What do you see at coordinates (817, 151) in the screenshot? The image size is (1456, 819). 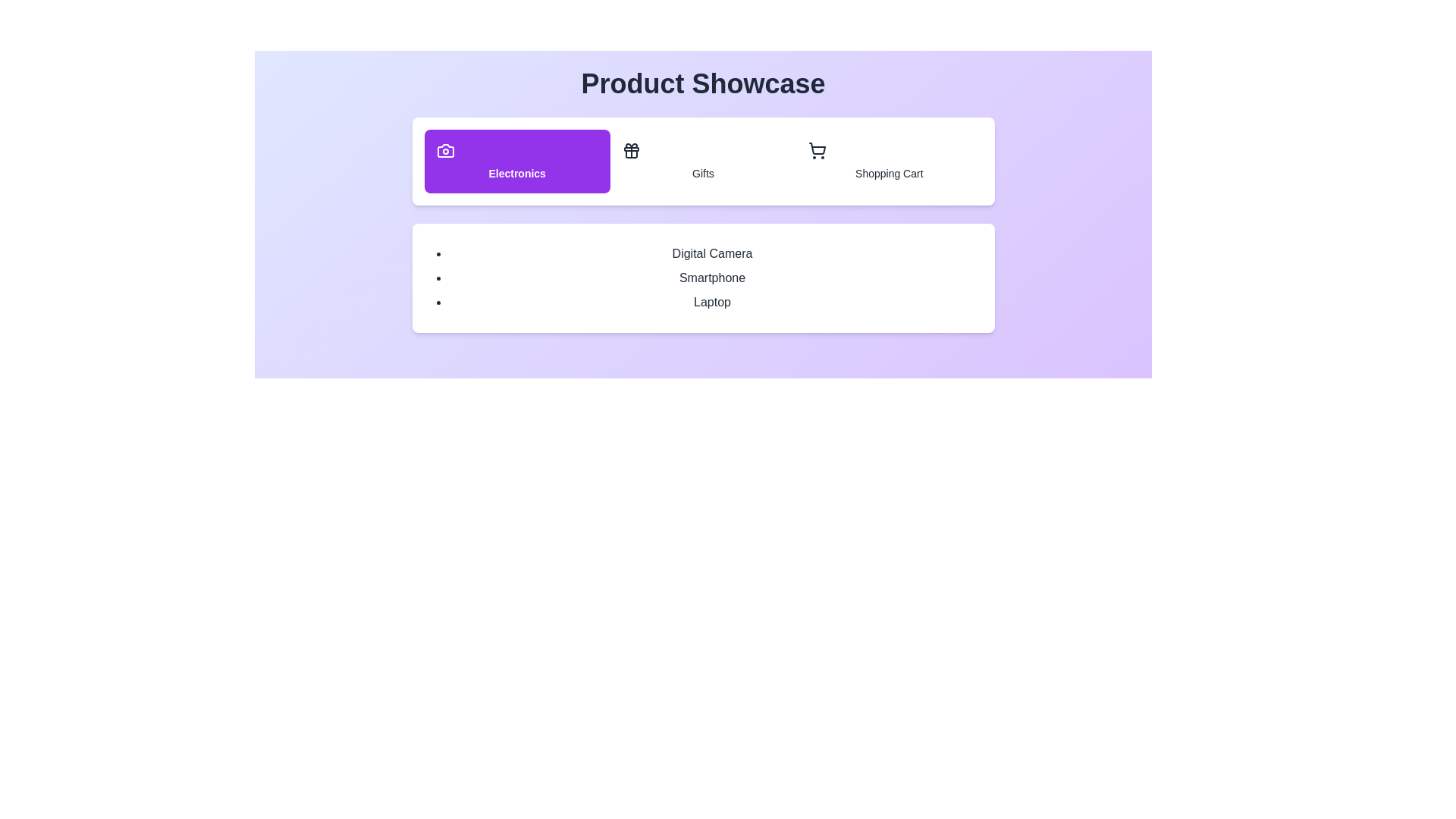 I see `the shopping cart icon button located in the third position from the left in a horizontal row of options, centered above the 'Shopping Cart' text label` at bounding box center [817, 151].